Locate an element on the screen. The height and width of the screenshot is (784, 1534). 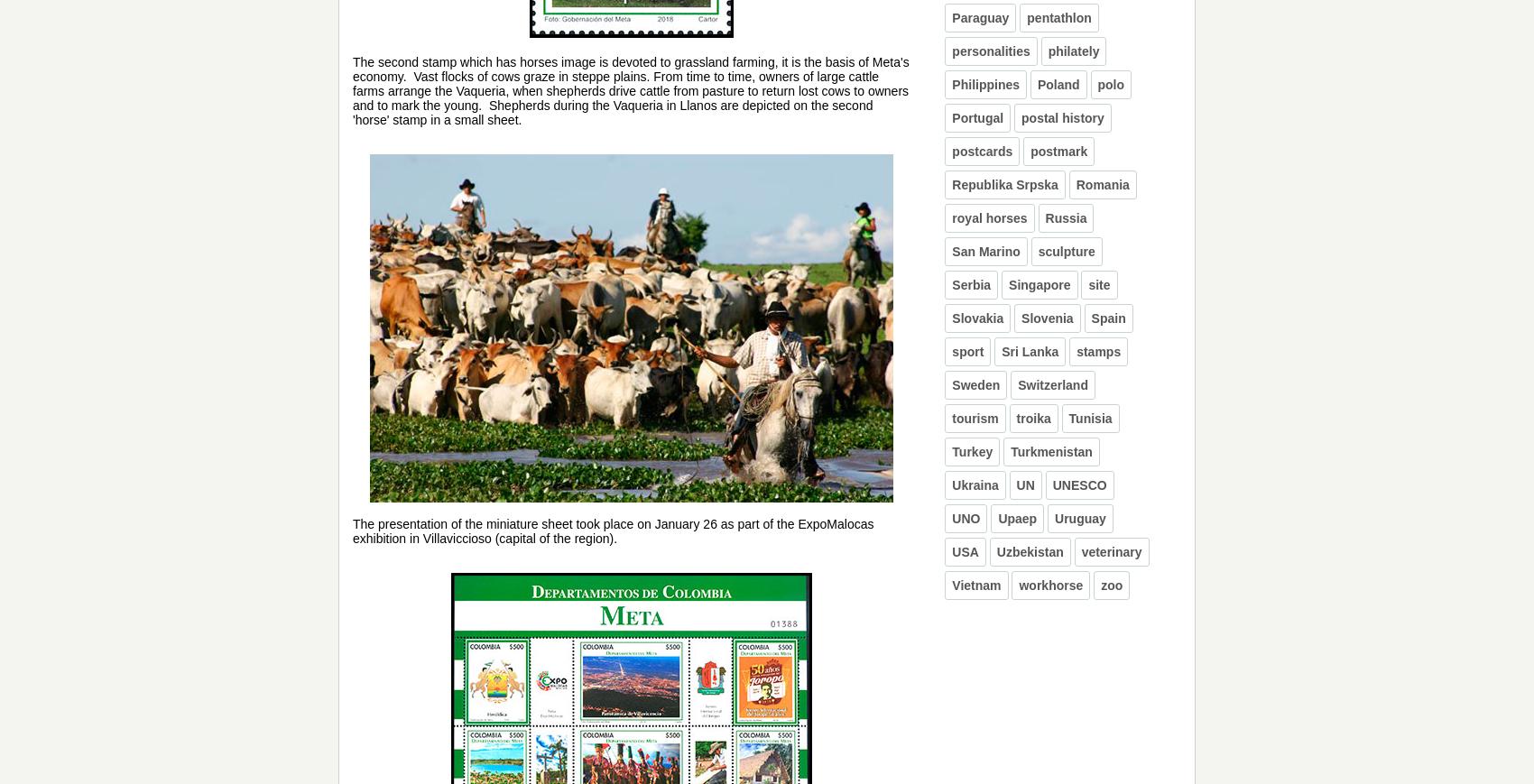
'postmark' is located at coordinates (1058, 150).